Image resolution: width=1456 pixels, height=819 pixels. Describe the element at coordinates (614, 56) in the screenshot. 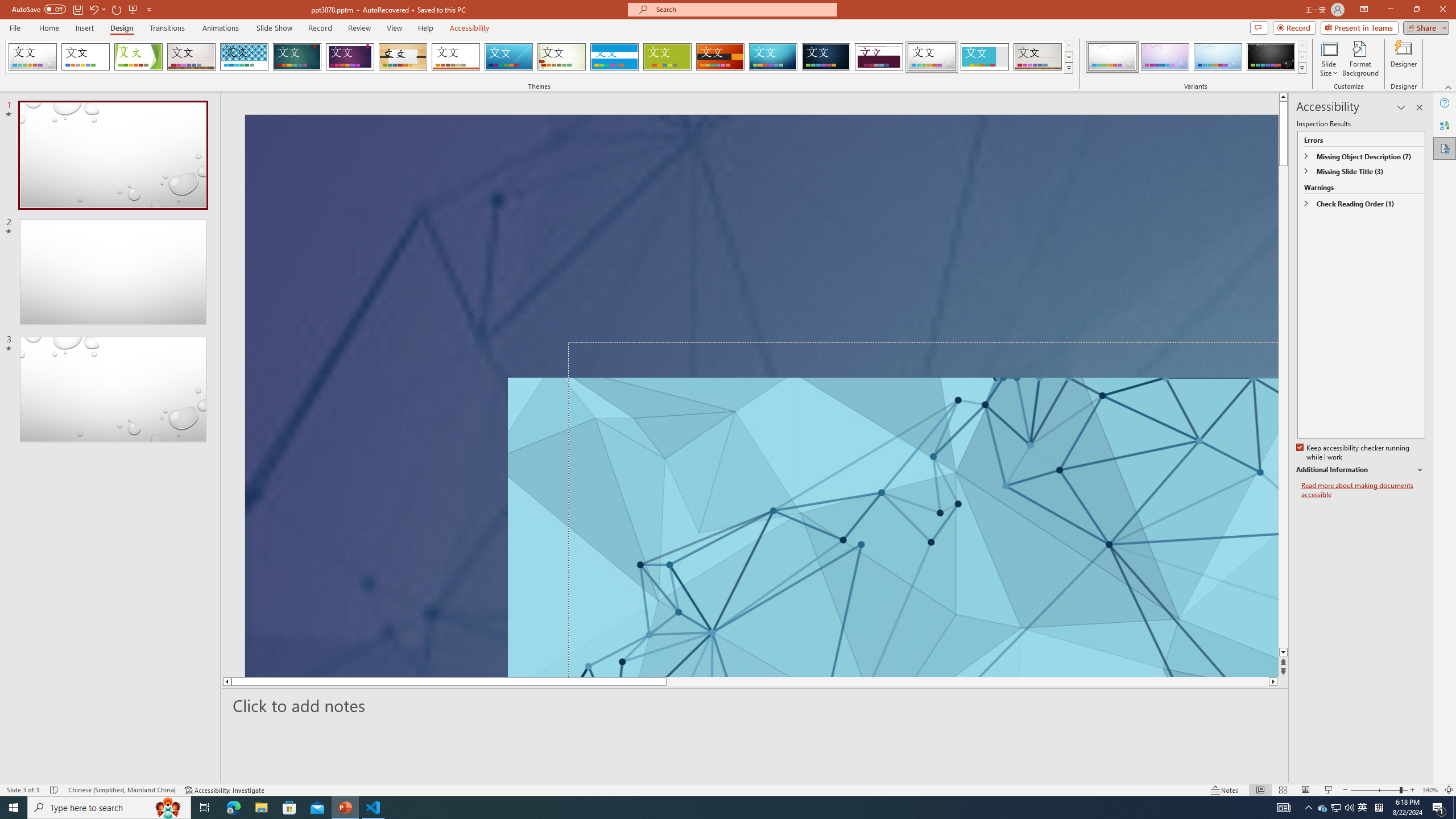

I see `'Banded'` at that location.